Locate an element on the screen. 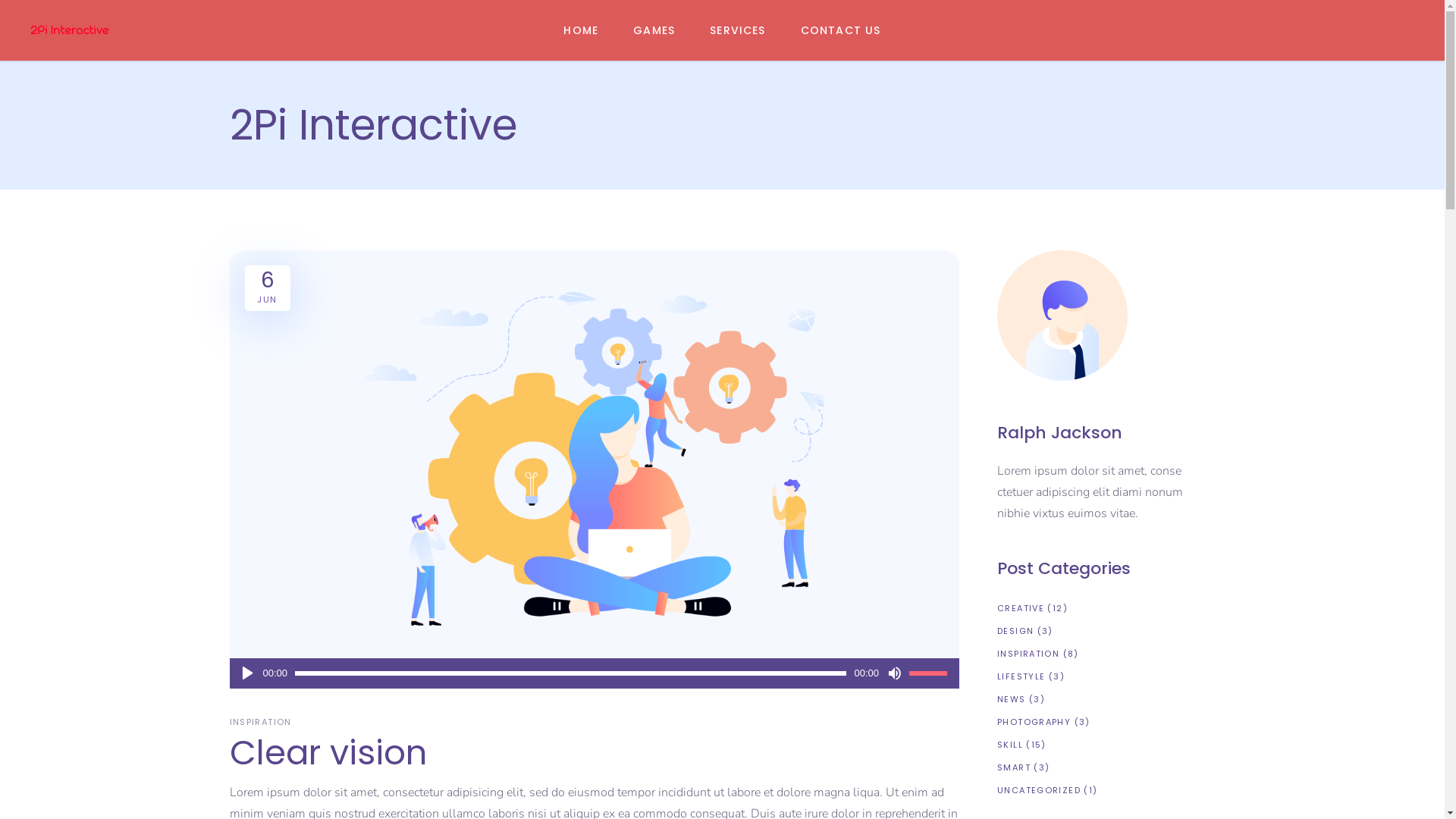  'Play' is located at coordinates (247, 672).